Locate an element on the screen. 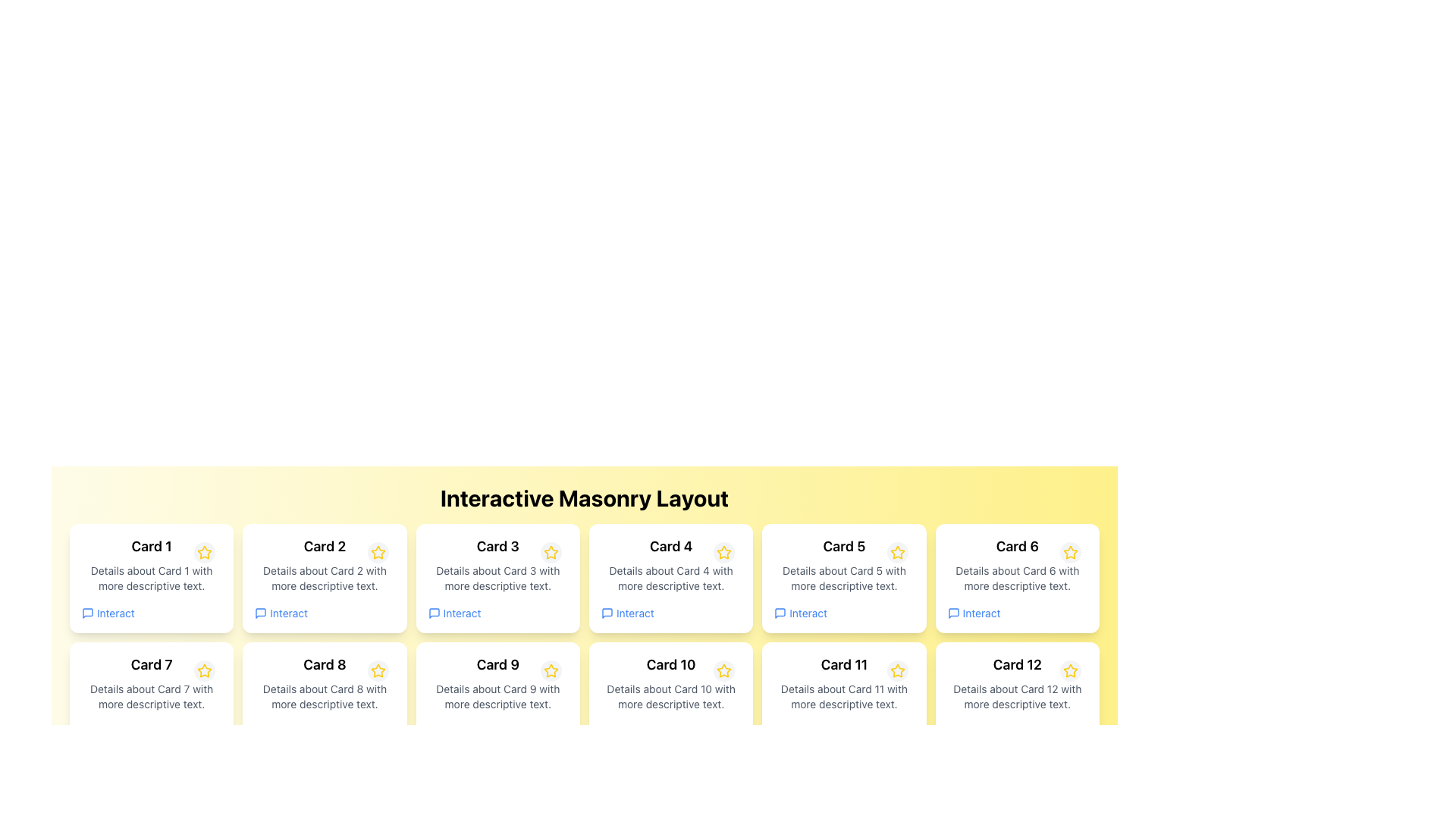 Image resolution: width=1456 pixels, height=819 pixels. the speech bubble icon with a thick blue outline located in the 'Interact' section of 'Card 5' in the second row and third column is located at coordinates (780, 613).